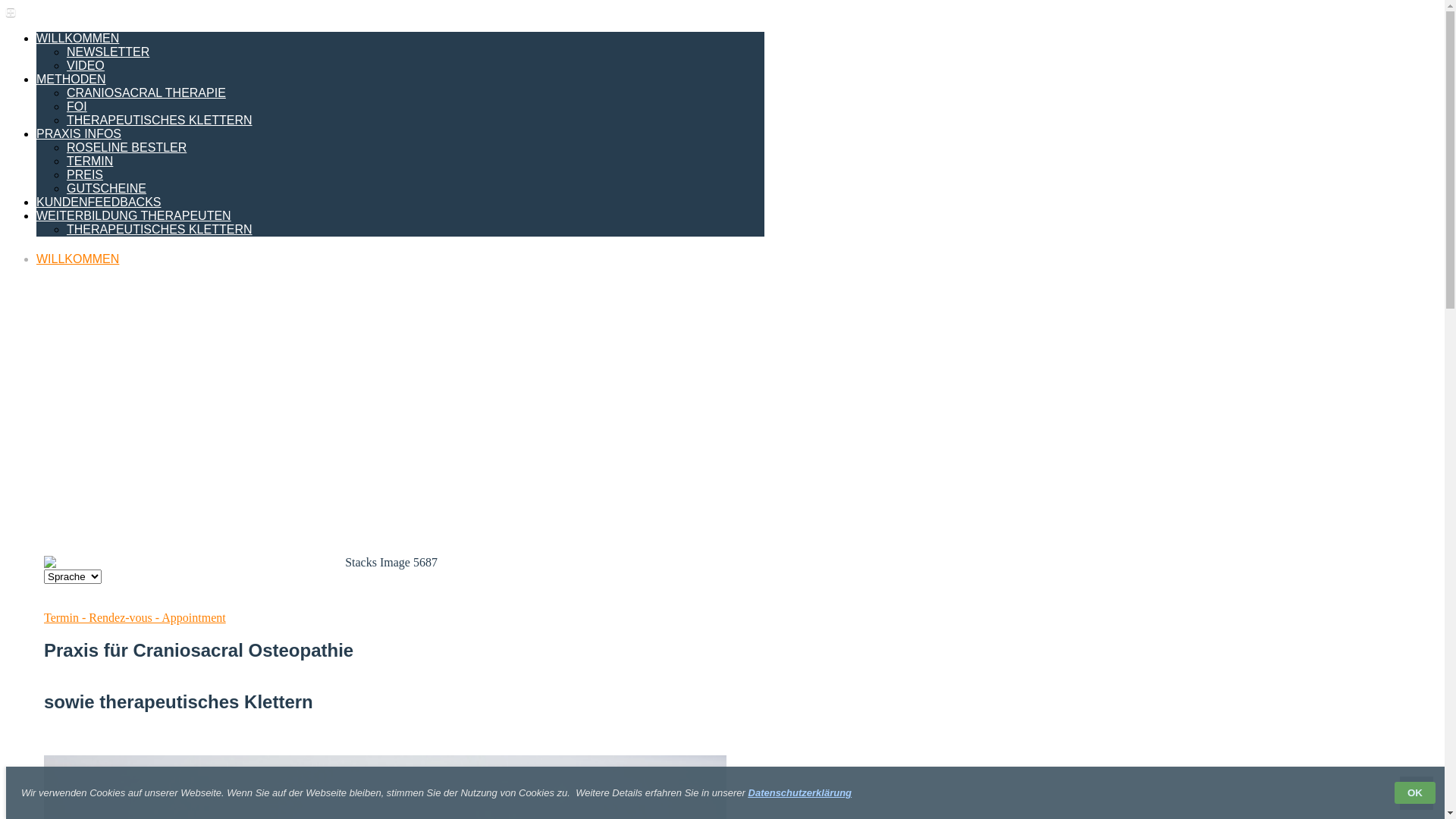  Describe the element at coordinates (85, 64) in the screenshot. I see `'VIDEO'` at that location.